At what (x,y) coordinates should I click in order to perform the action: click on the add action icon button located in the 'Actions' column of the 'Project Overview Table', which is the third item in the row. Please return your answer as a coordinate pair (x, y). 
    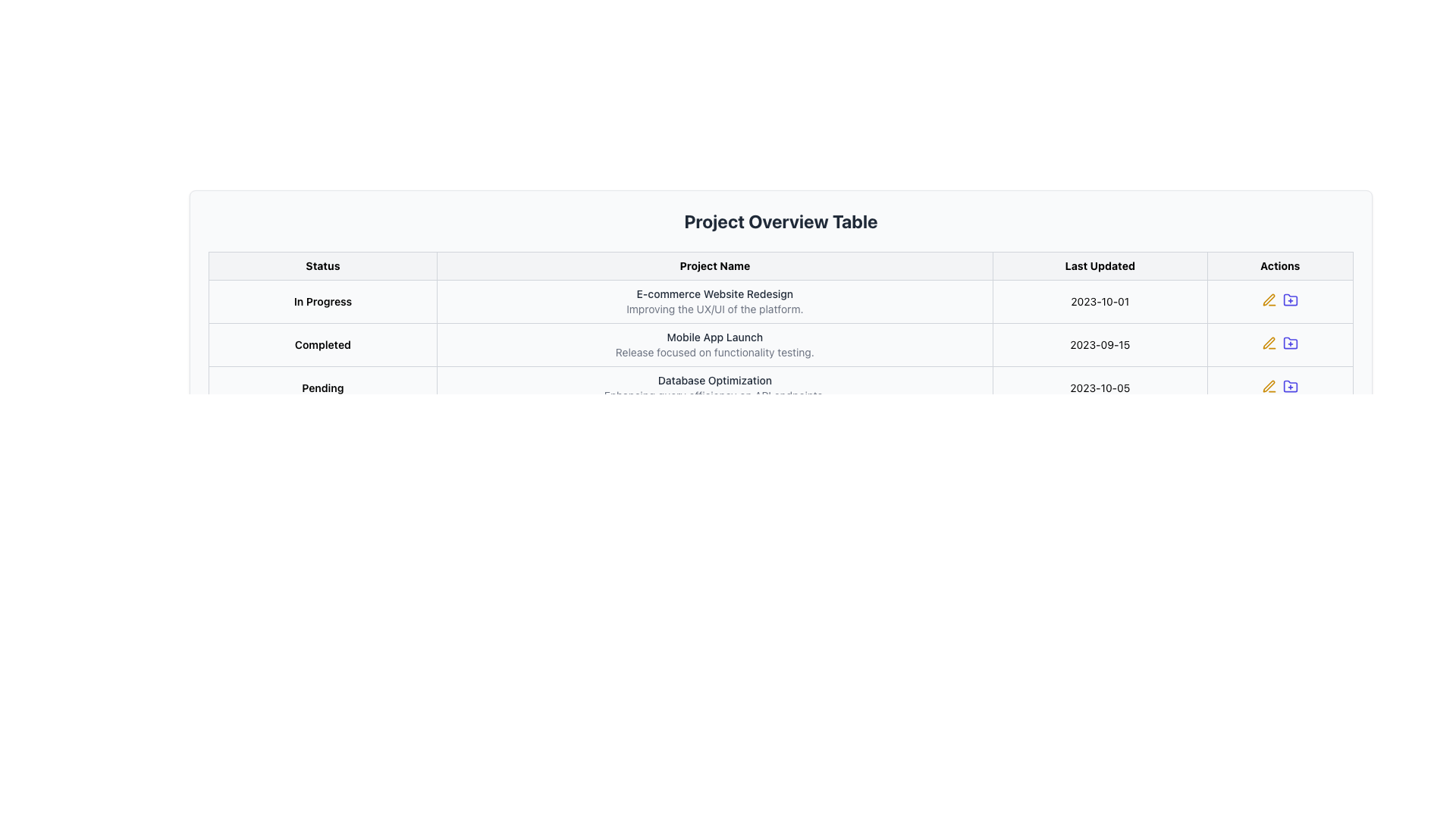
    Looking at the image, I should click on (1290, 300).